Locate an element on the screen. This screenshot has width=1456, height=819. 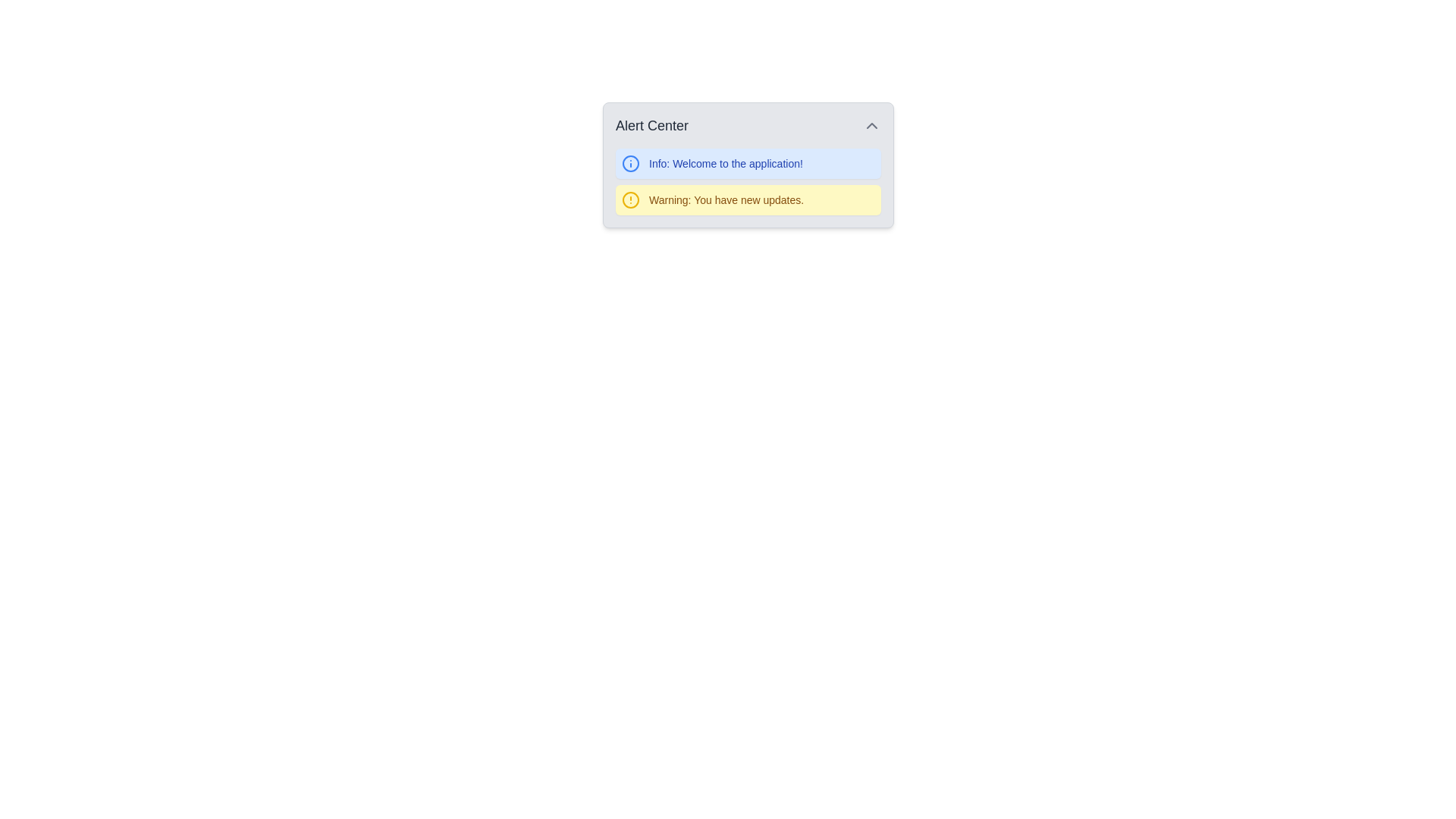
the gray upward chevron icon button located in the upper-right section of the 'Alert Center' to observe its dynamic color change is located at coordinates (872, 124).